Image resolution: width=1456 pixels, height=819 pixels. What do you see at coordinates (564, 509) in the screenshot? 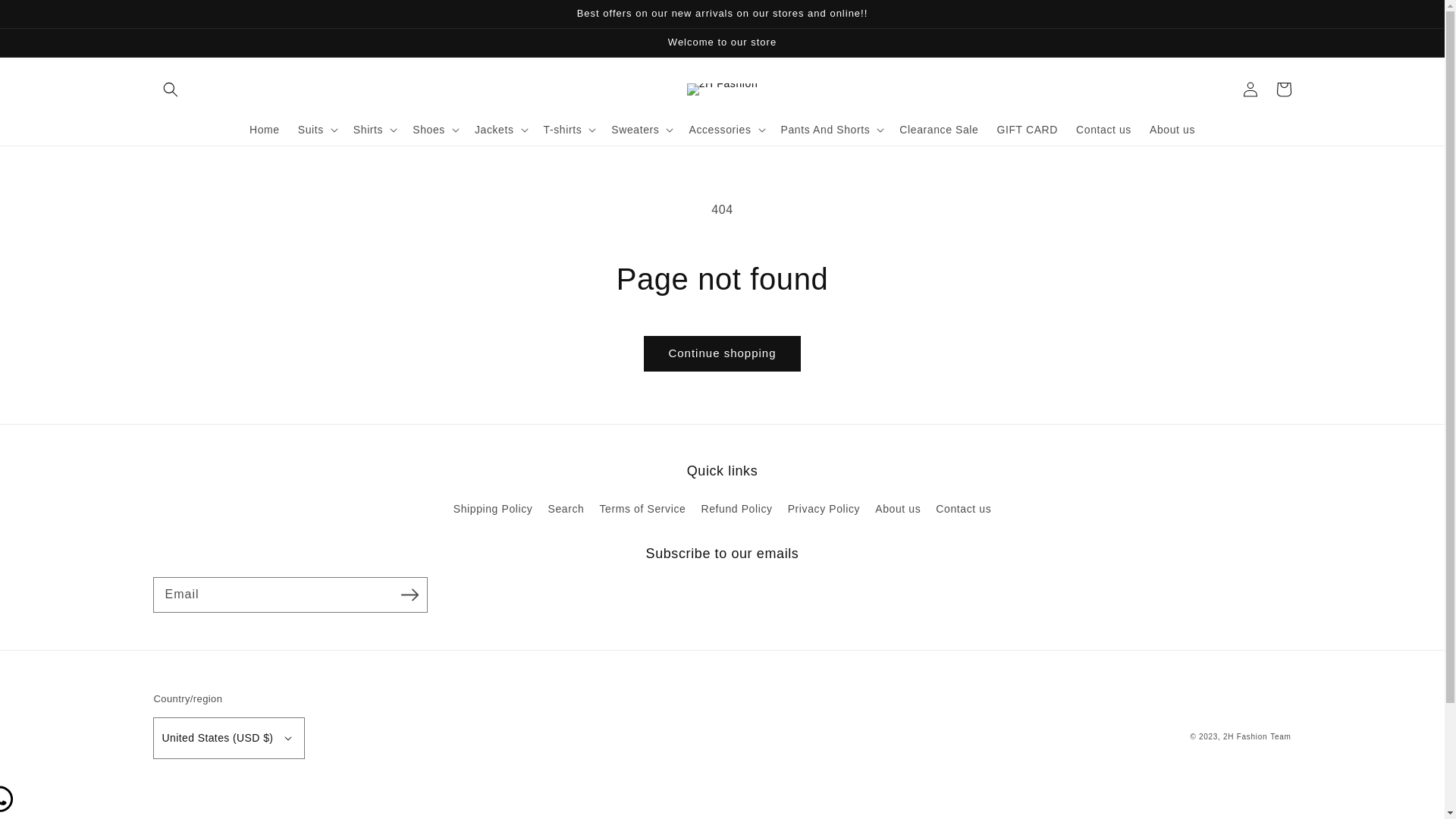
I see `'Search'` at bounding box center [564, 509].